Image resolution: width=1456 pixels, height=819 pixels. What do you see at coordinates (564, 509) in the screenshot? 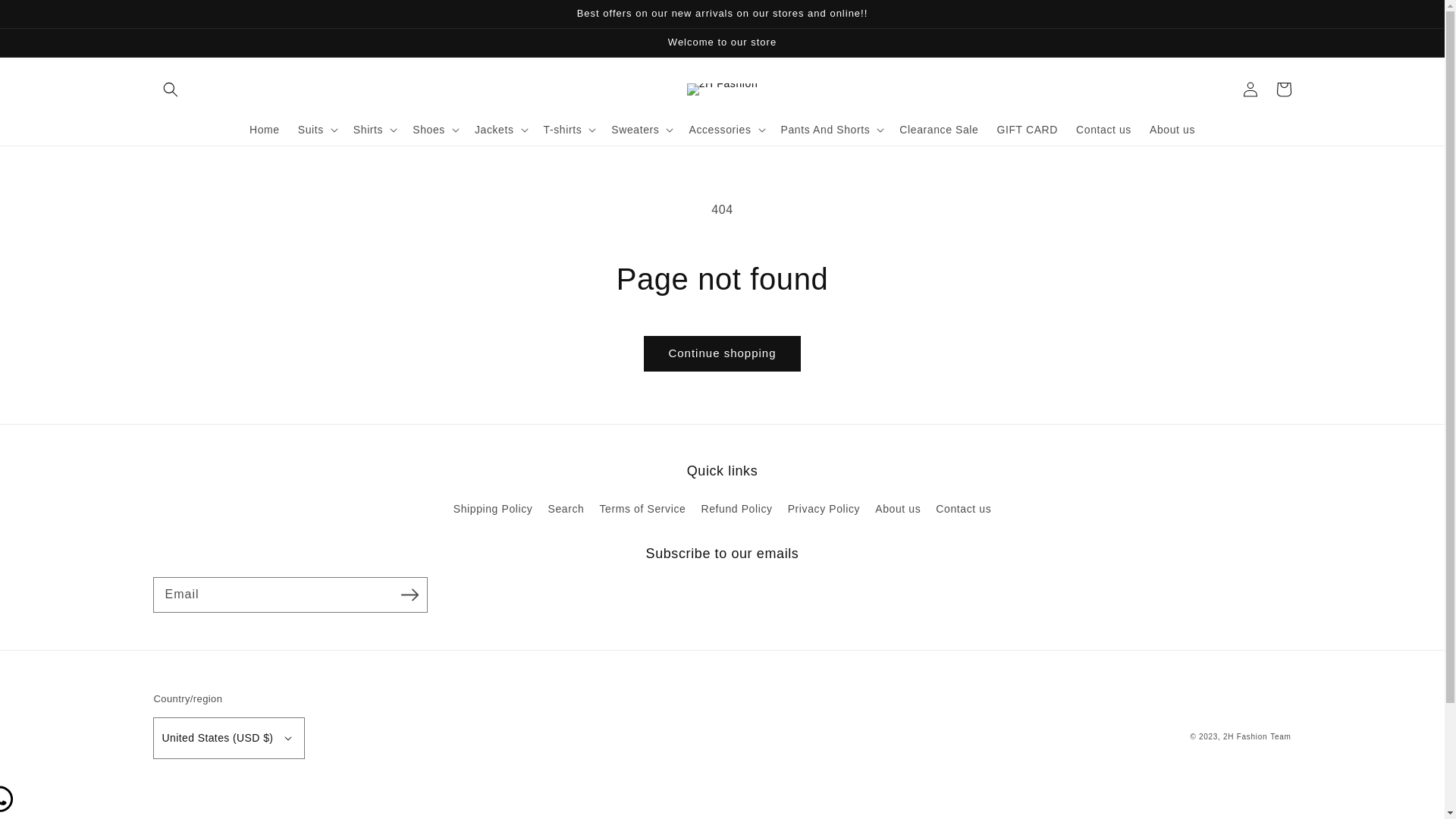
I see `'Search'` at bounding box center [564, 509].